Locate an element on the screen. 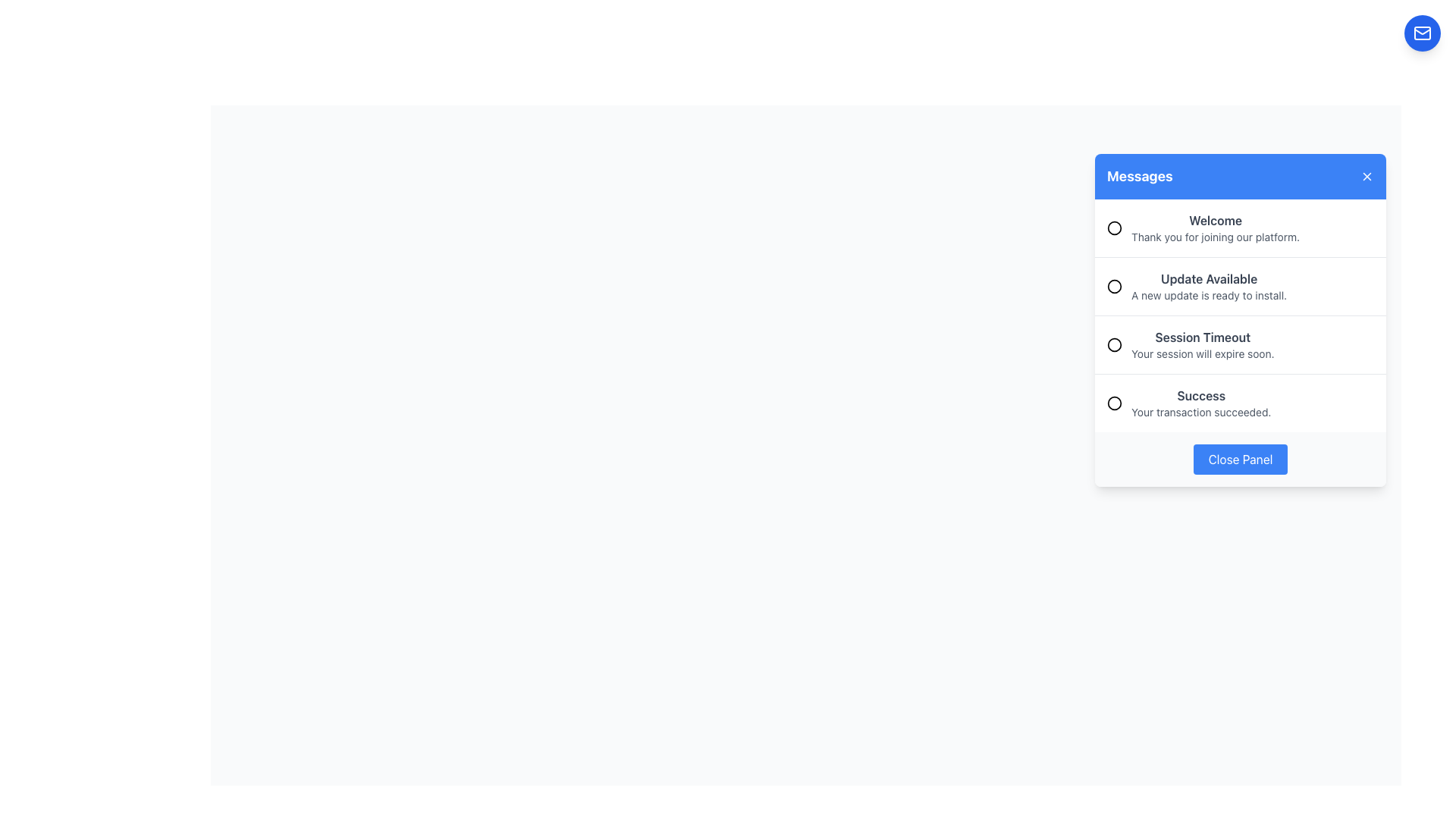 This screenshot has width=1456, height=819. the green success circular icon located in the lower right section of the interface, next to the text 'Success: Your transaction succeeded.' is located at coordinates (1114, 403).